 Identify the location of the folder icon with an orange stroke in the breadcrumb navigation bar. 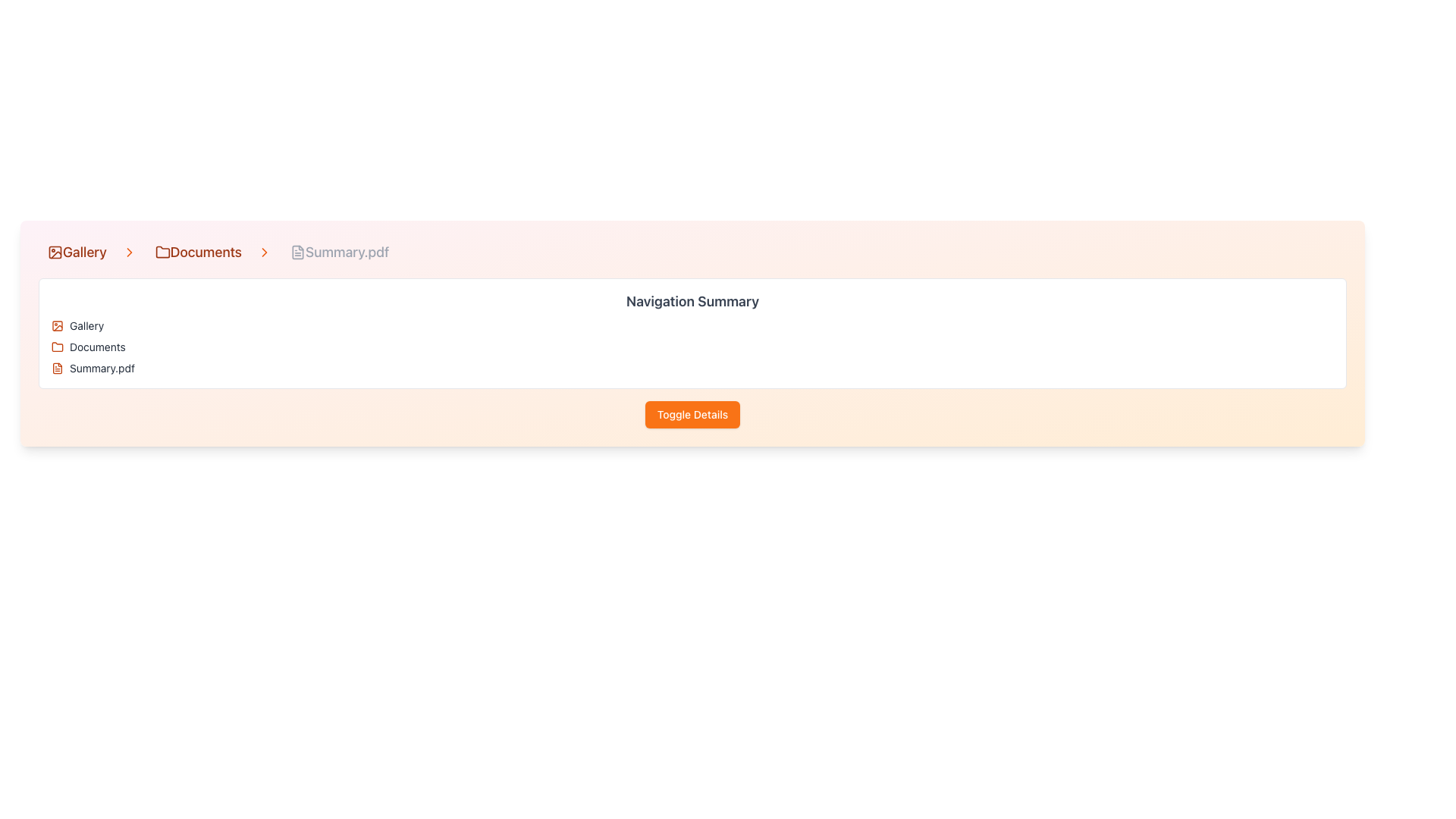
(58, 346).